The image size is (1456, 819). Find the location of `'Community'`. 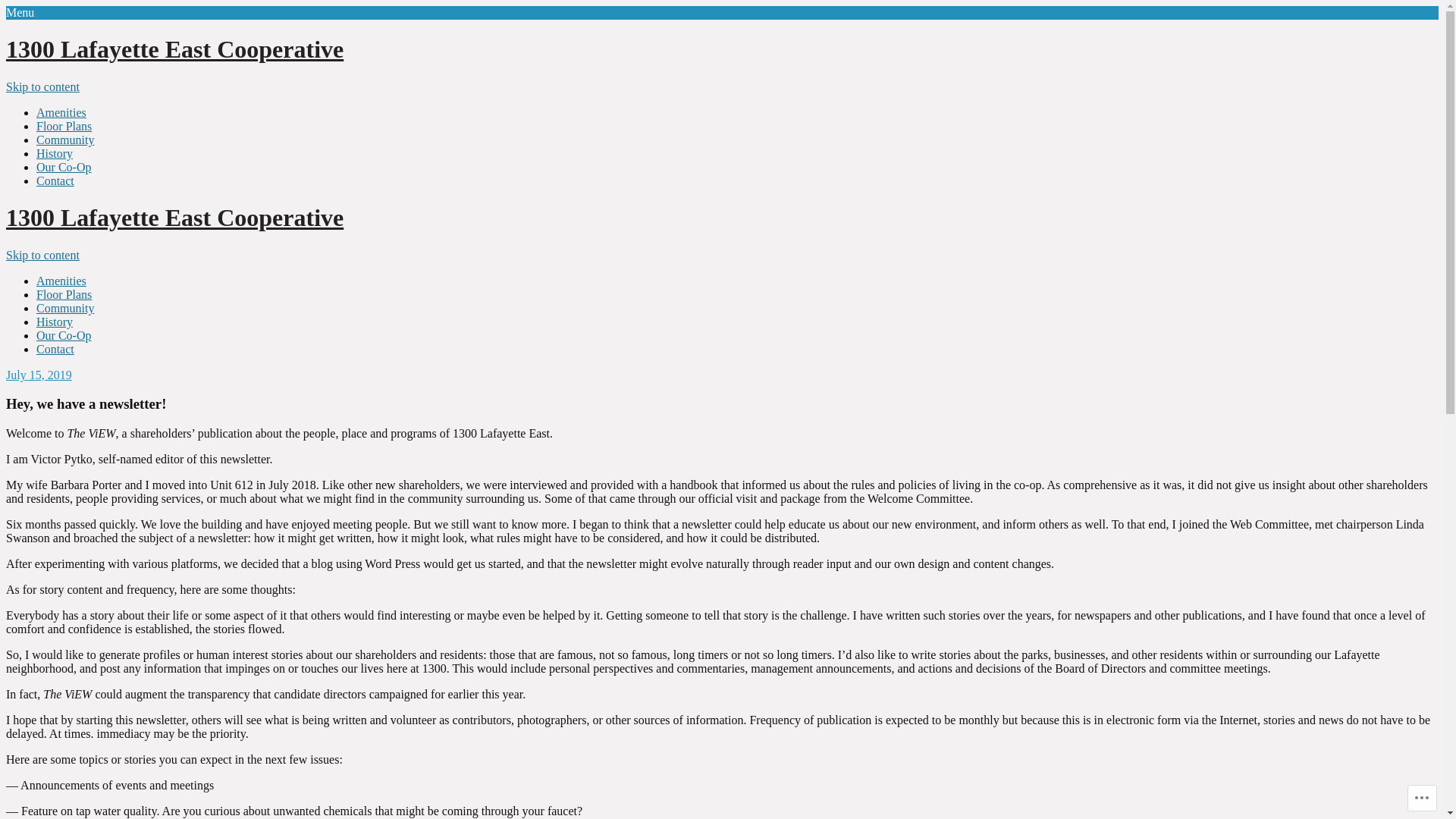

'Community' is located at coordinates (64, 307).